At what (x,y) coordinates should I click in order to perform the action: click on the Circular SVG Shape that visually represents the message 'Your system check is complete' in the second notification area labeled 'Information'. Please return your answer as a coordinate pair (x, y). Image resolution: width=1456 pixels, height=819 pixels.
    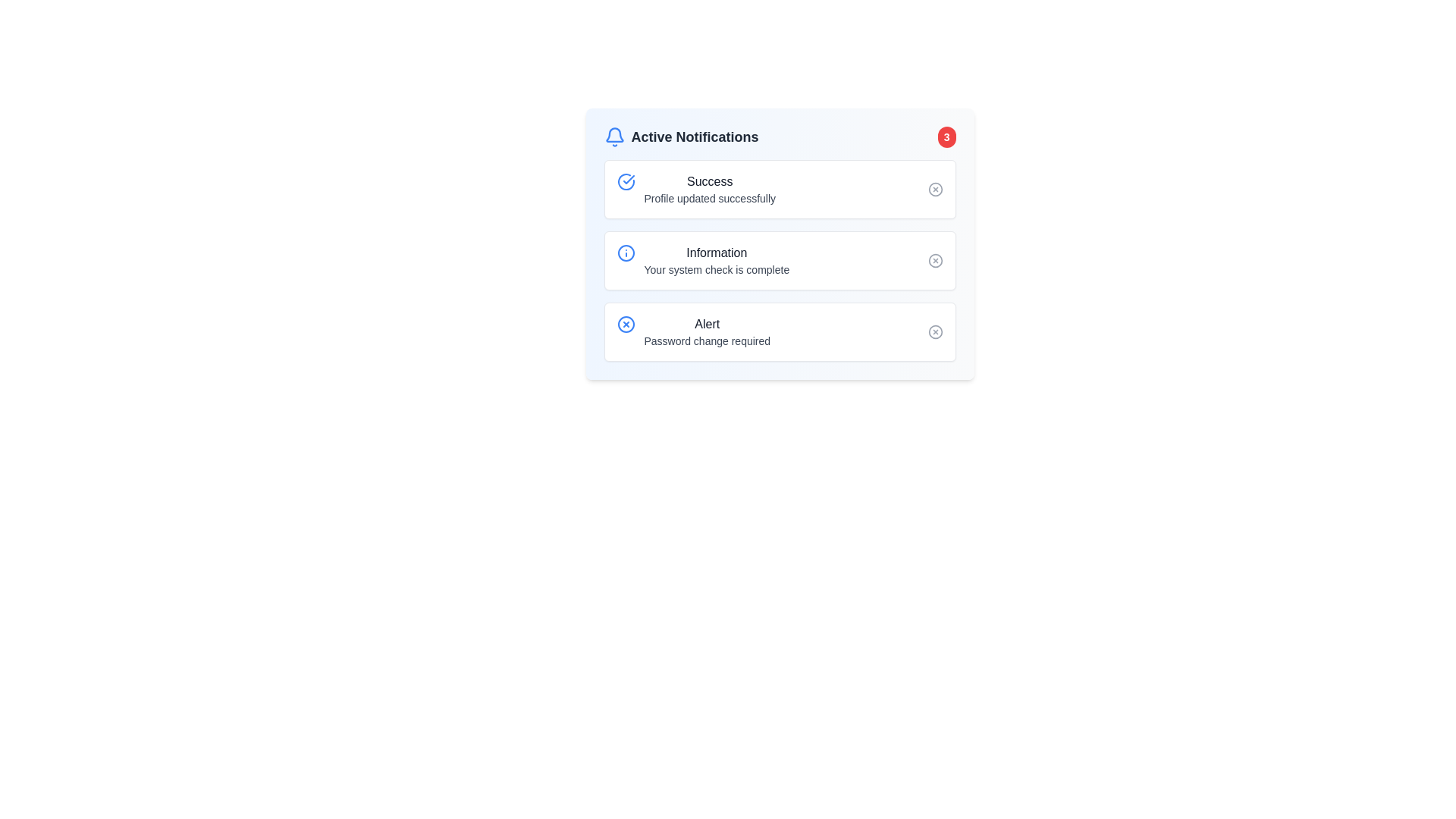
    Looking at the image, I should click on (626, 253).